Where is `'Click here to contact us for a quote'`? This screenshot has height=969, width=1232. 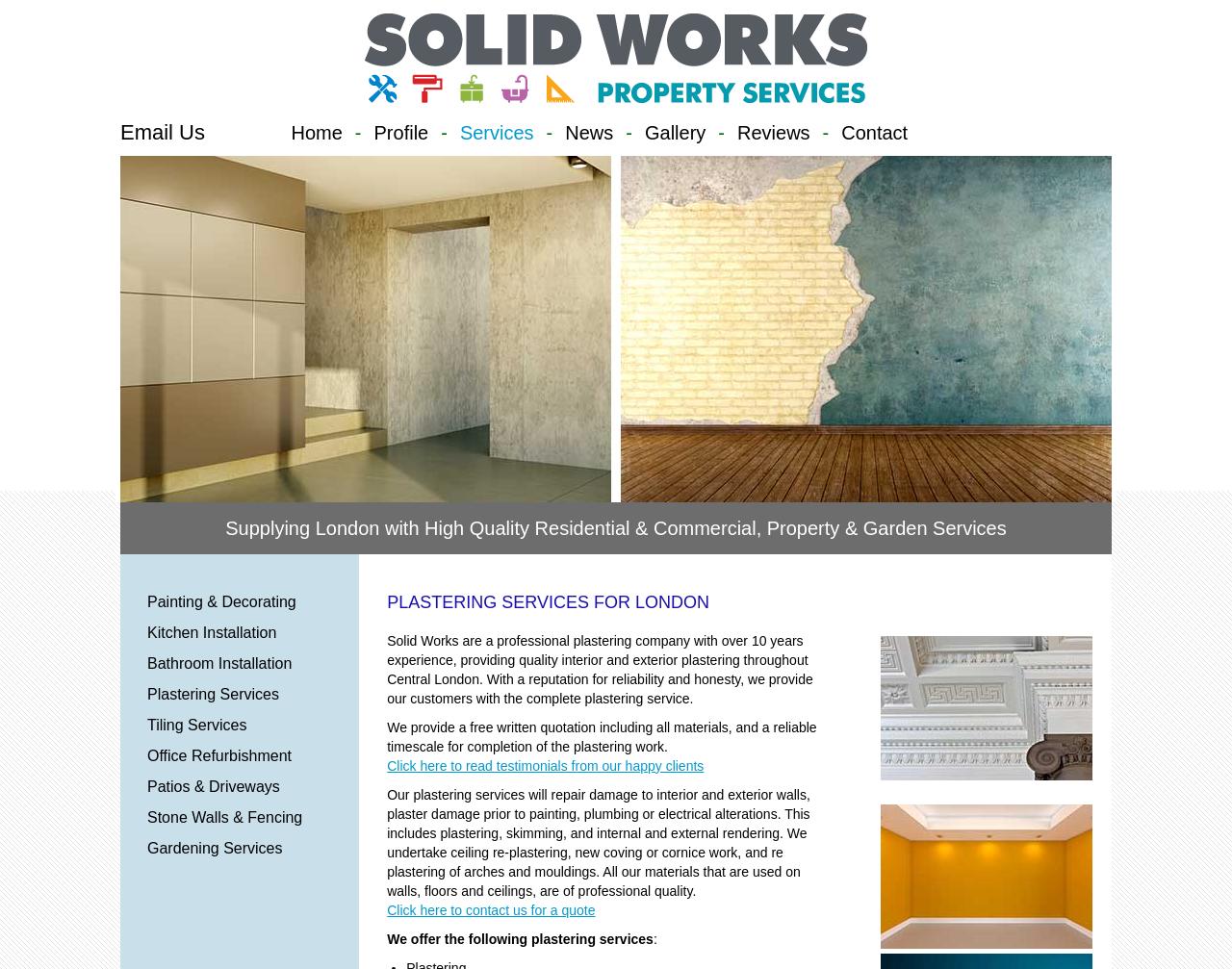
'Click here to contact us for a quote' is located at coordinates (490, 908).